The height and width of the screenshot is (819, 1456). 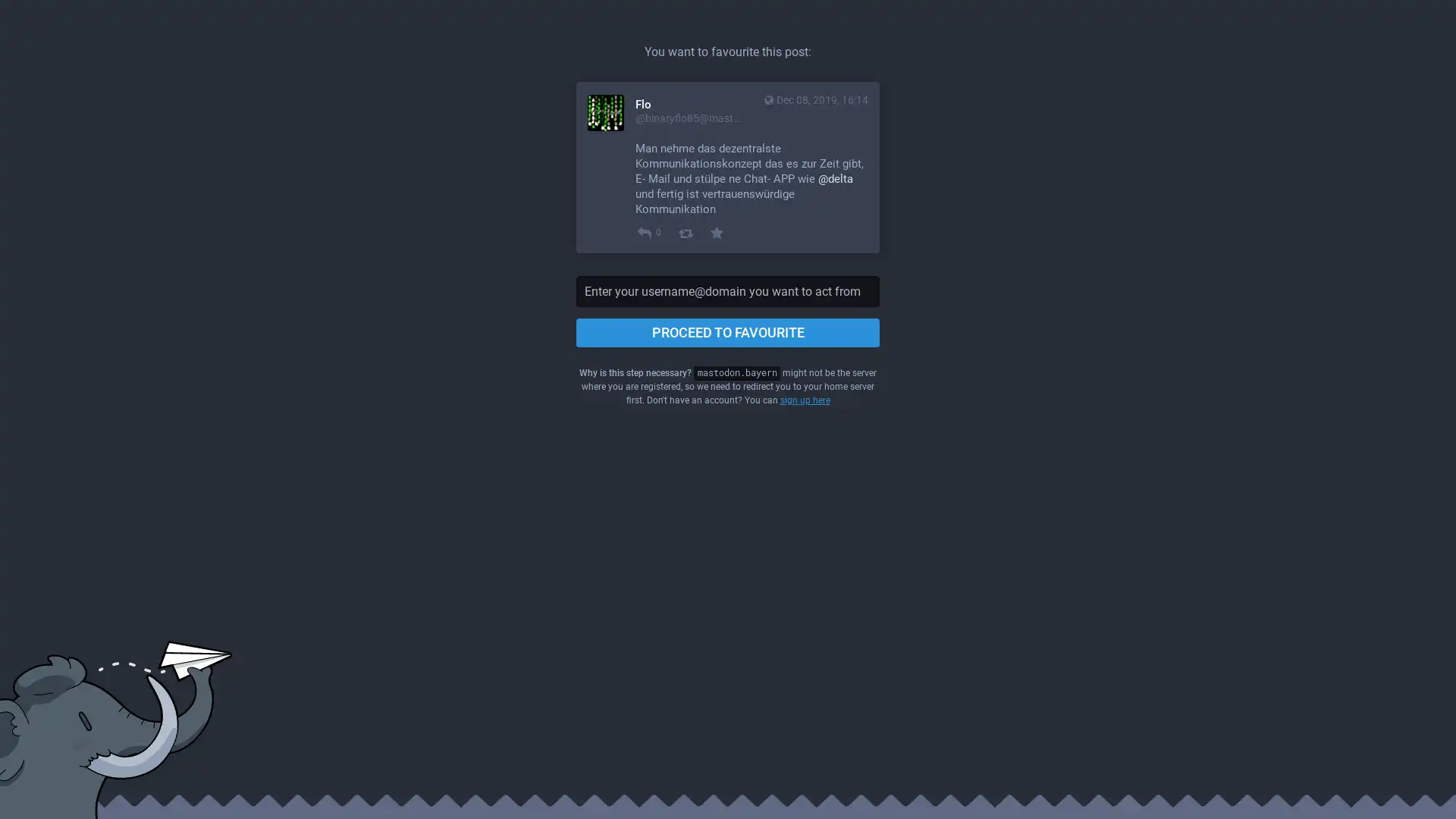 I want to click on PROCEED TO FAVOURITE, so click(x=728, y=332).